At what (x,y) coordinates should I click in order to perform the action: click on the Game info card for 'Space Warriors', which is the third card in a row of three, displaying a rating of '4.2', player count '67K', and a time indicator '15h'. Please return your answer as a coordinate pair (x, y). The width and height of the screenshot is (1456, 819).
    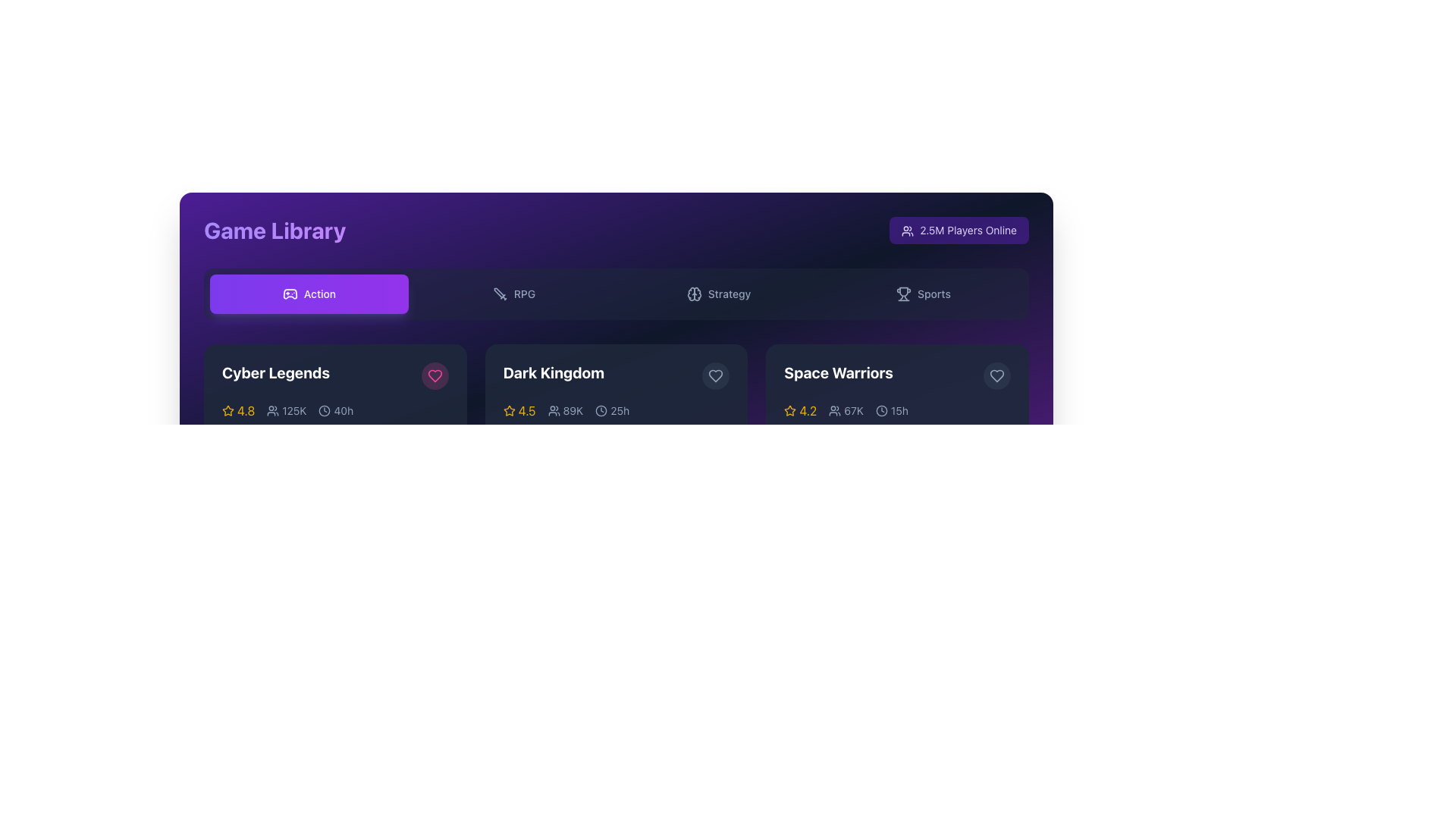
    Looking at the image, I should click on (897, 415).